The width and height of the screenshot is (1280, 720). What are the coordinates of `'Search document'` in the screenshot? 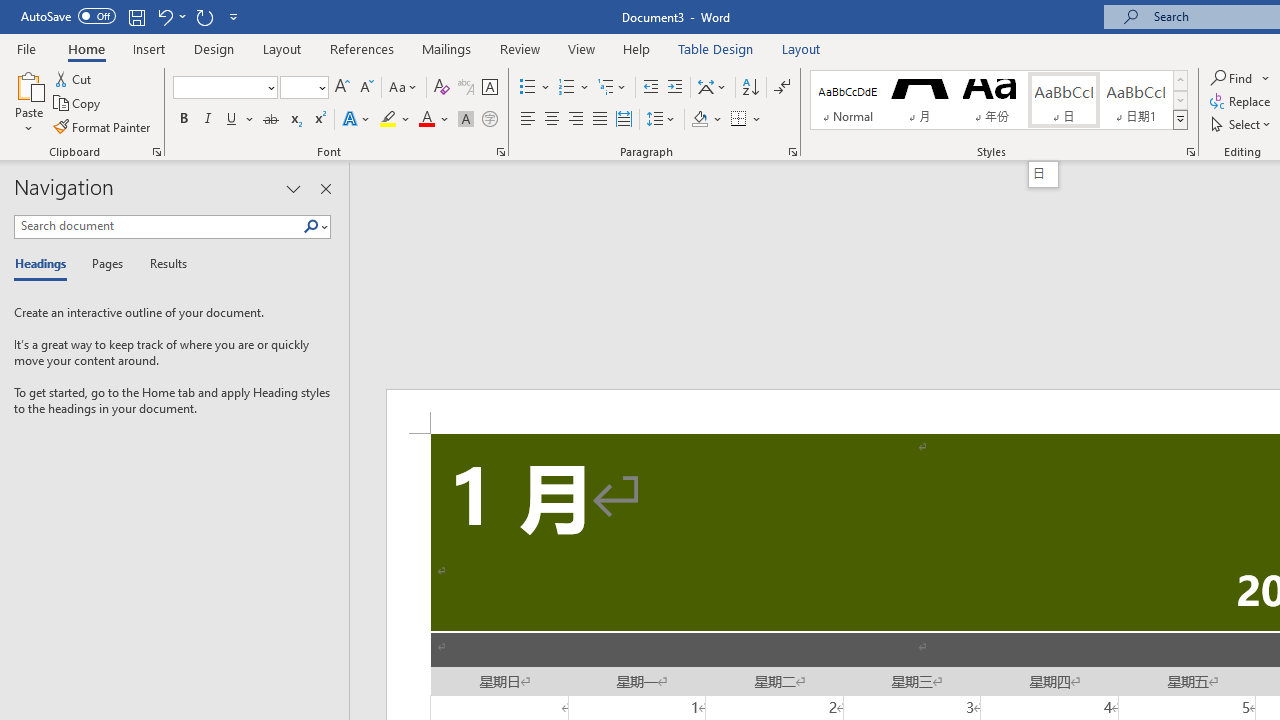 It's located at (157, 225).